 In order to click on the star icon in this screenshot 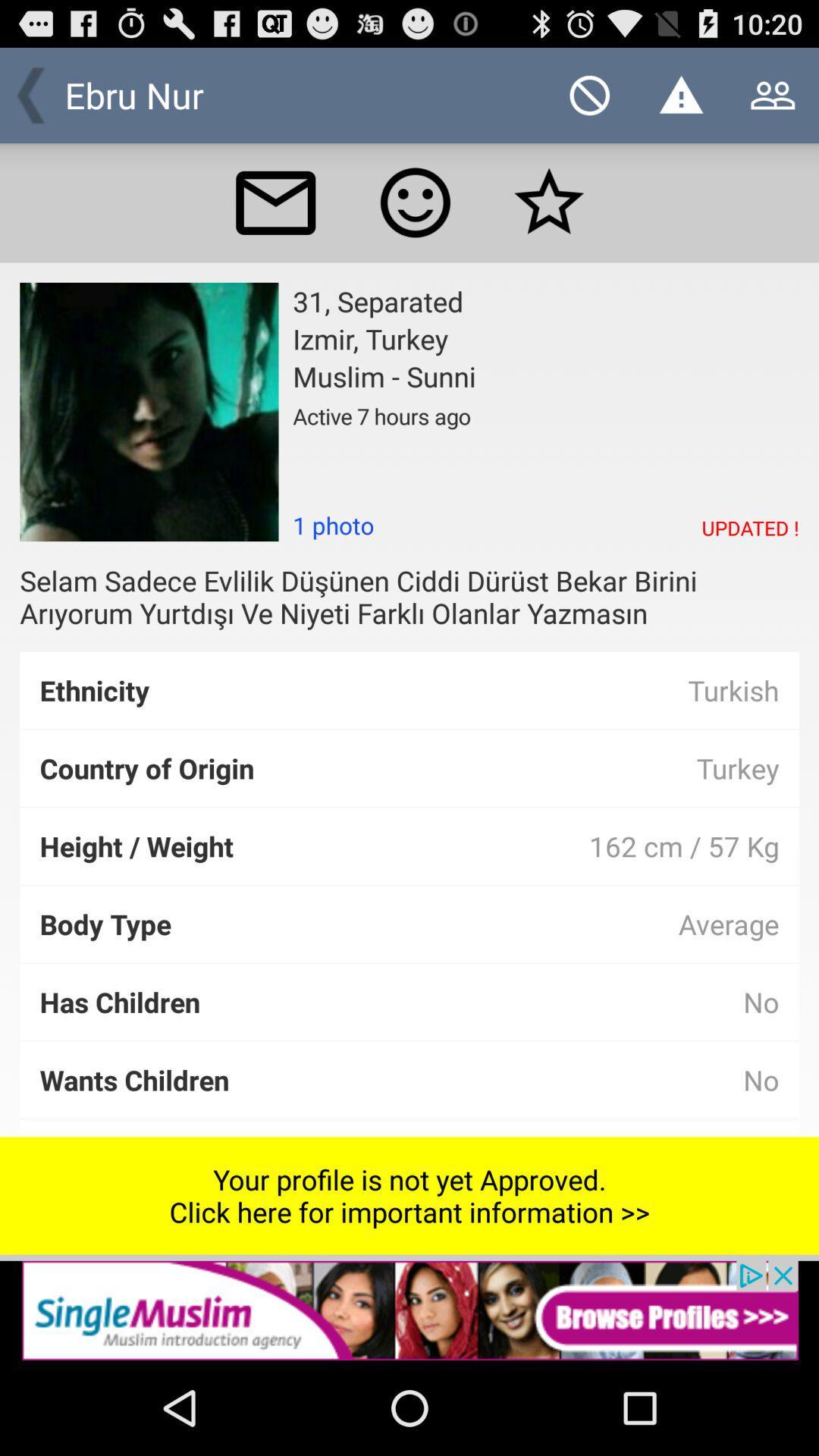, I will do `click(549, 216)`.